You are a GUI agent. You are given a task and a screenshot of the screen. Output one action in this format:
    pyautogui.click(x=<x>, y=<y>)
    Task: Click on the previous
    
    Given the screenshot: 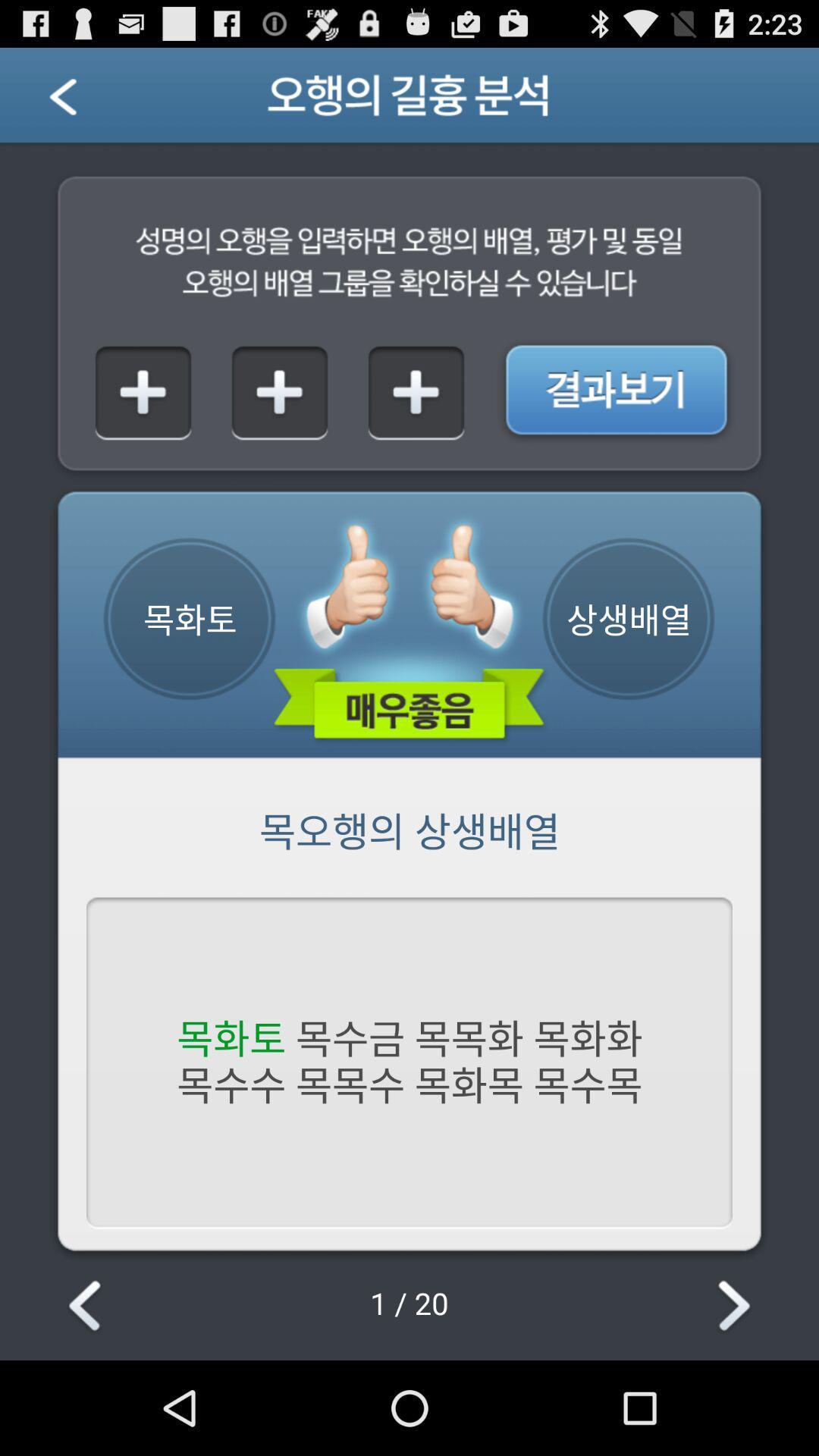 What is the action you would take?
    pyautogui.click(x=87, y=1307)
    